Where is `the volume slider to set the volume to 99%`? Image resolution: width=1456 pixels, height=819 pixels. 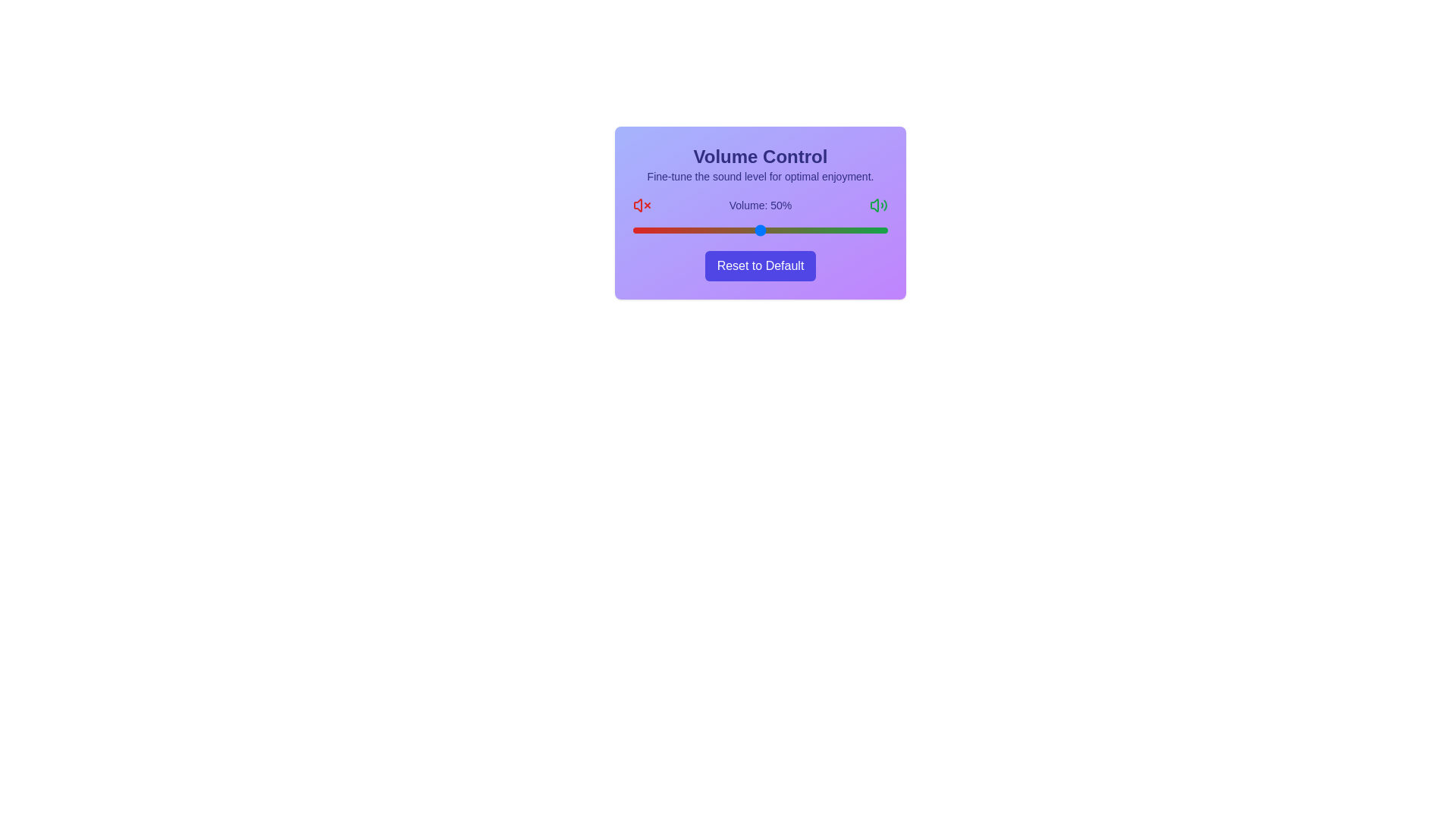 the volume slider to set the volume to 99% is located at coordinates (885, 231).